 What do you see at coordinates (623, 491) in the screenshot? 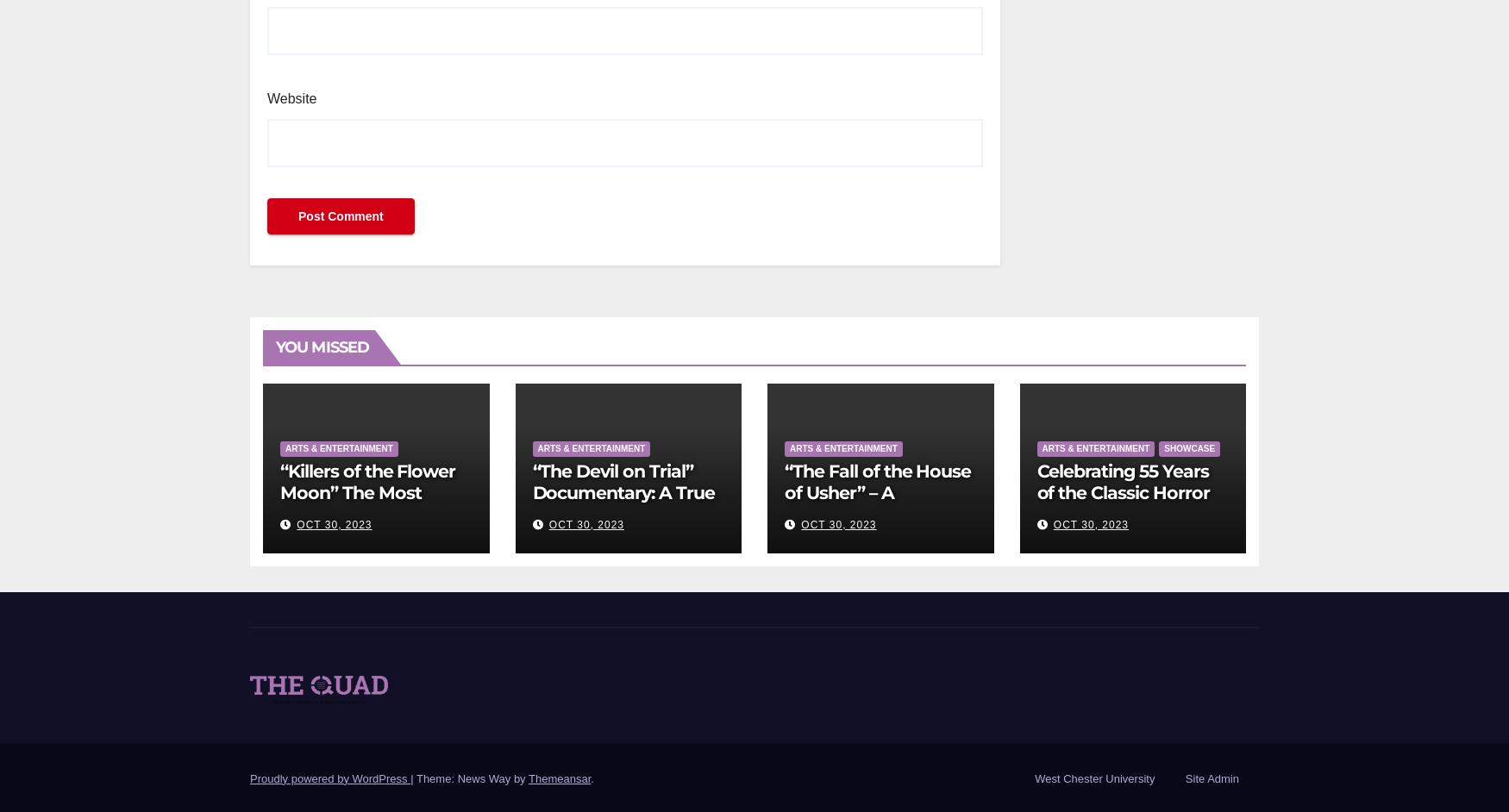
I see `'“The Devil on Trial” Documentary: A True Story'` at bounding box center [623, 491].